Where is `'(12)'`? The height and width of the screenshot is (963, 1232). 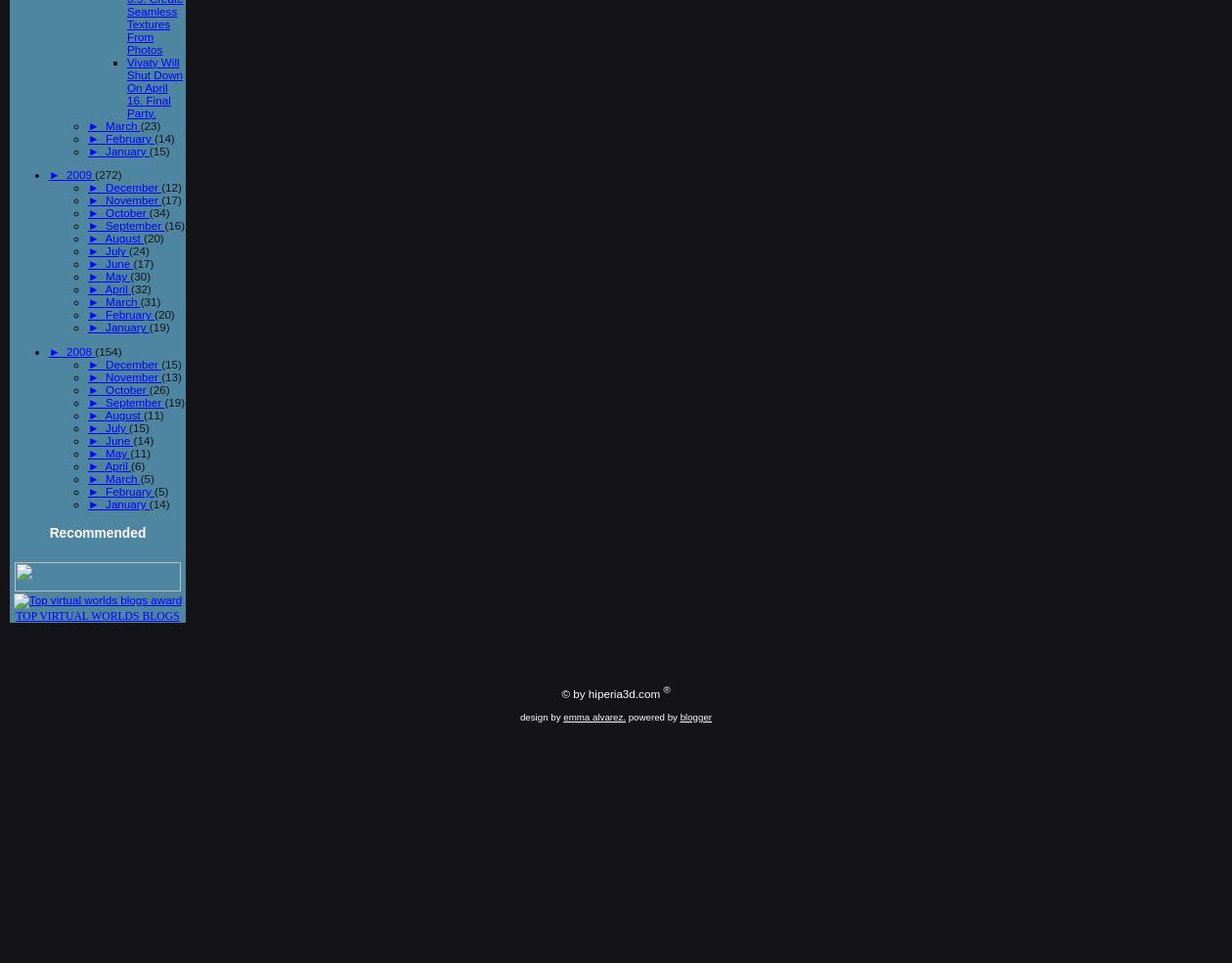
'(12)' is located at coordinates (171, 187).